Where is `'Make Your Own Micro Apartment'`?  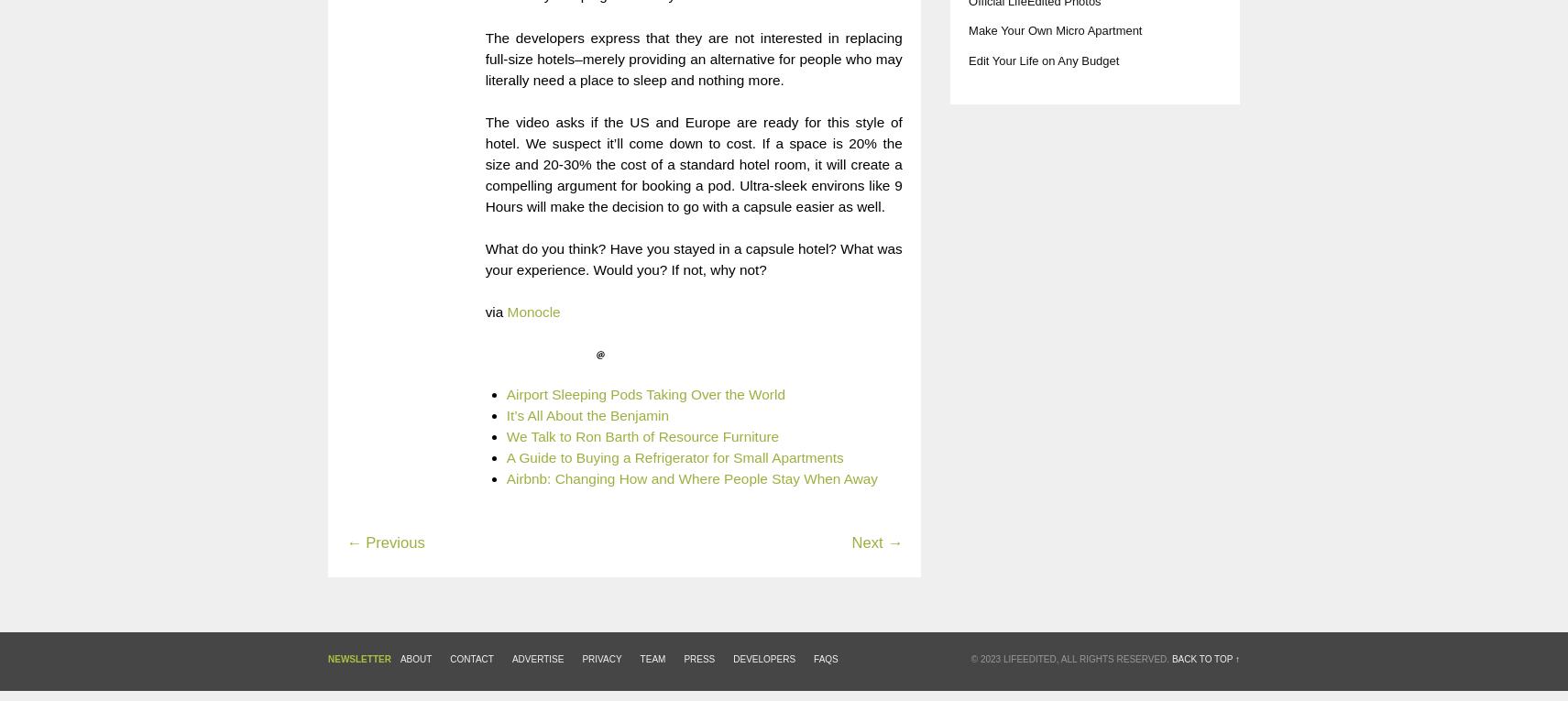 'Make Your Own Micro Apartment' is located at coordinates (1054, 29).